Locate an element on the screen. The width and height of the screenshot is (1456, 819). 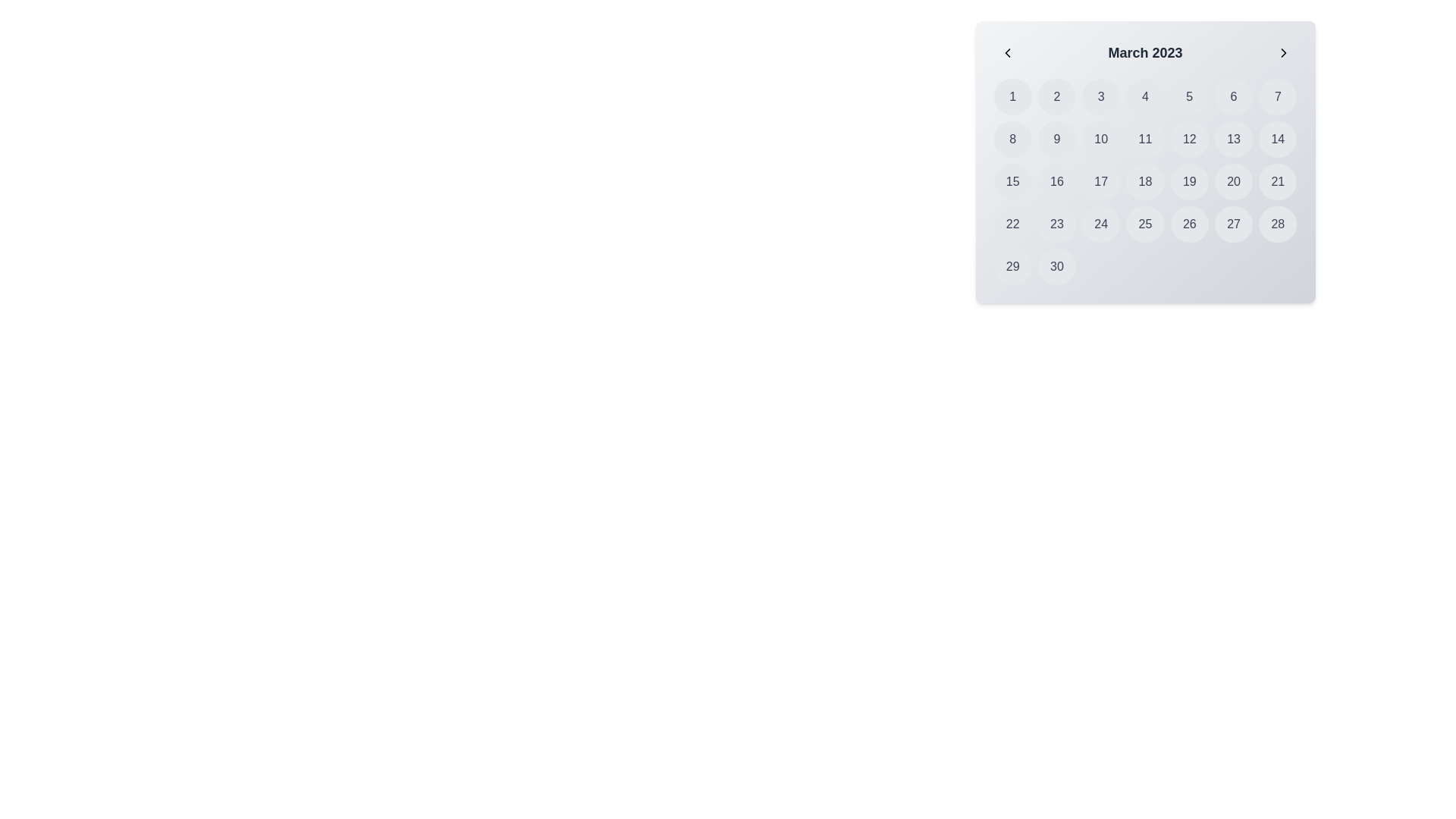
the circular button displaying the number '4' in the March 2023 calendar is located at coordinates (1145, 96).